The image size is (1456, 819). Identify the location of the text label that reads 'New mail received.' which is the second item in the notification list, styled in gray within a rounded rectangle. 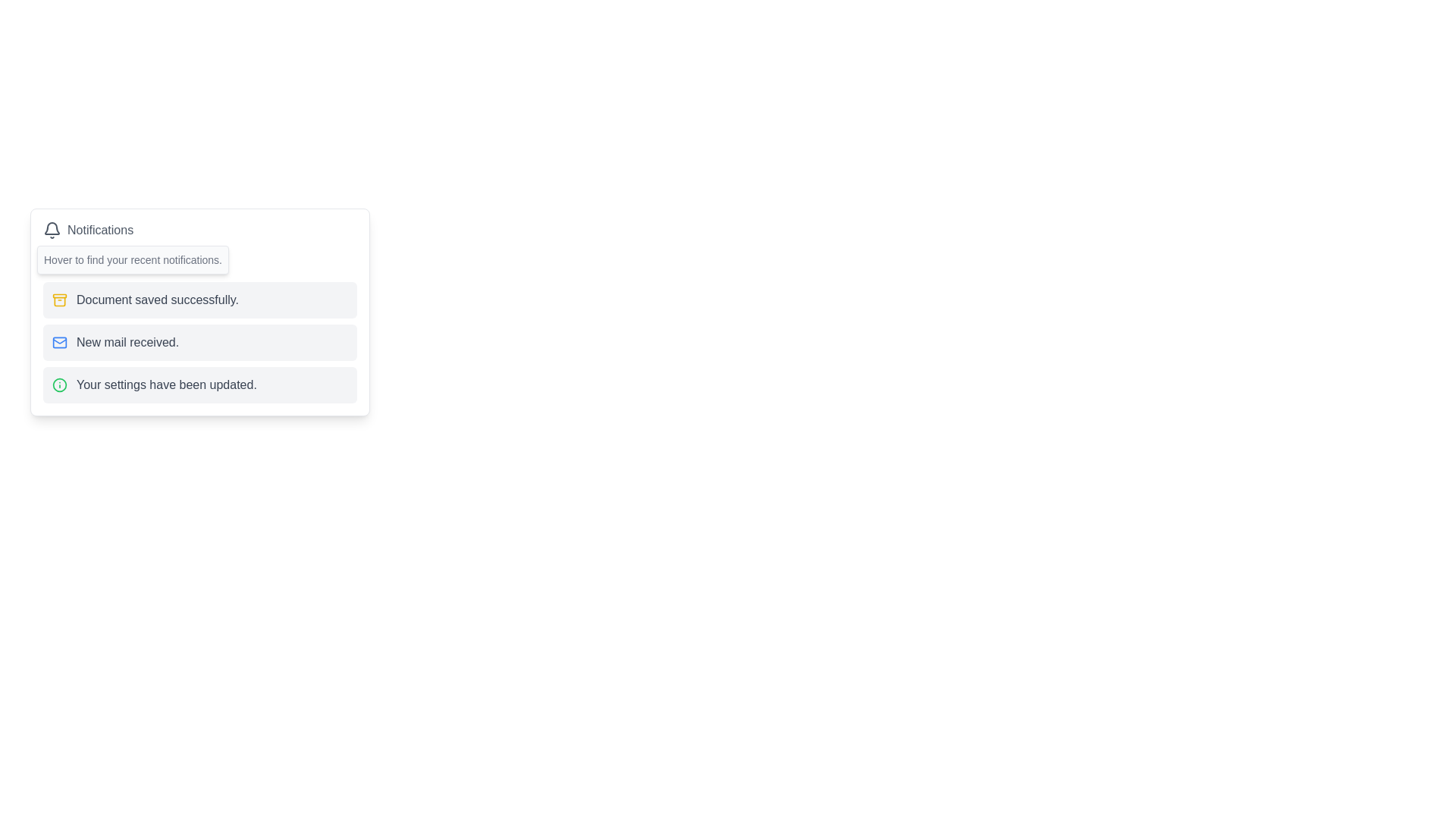
(127, 342).